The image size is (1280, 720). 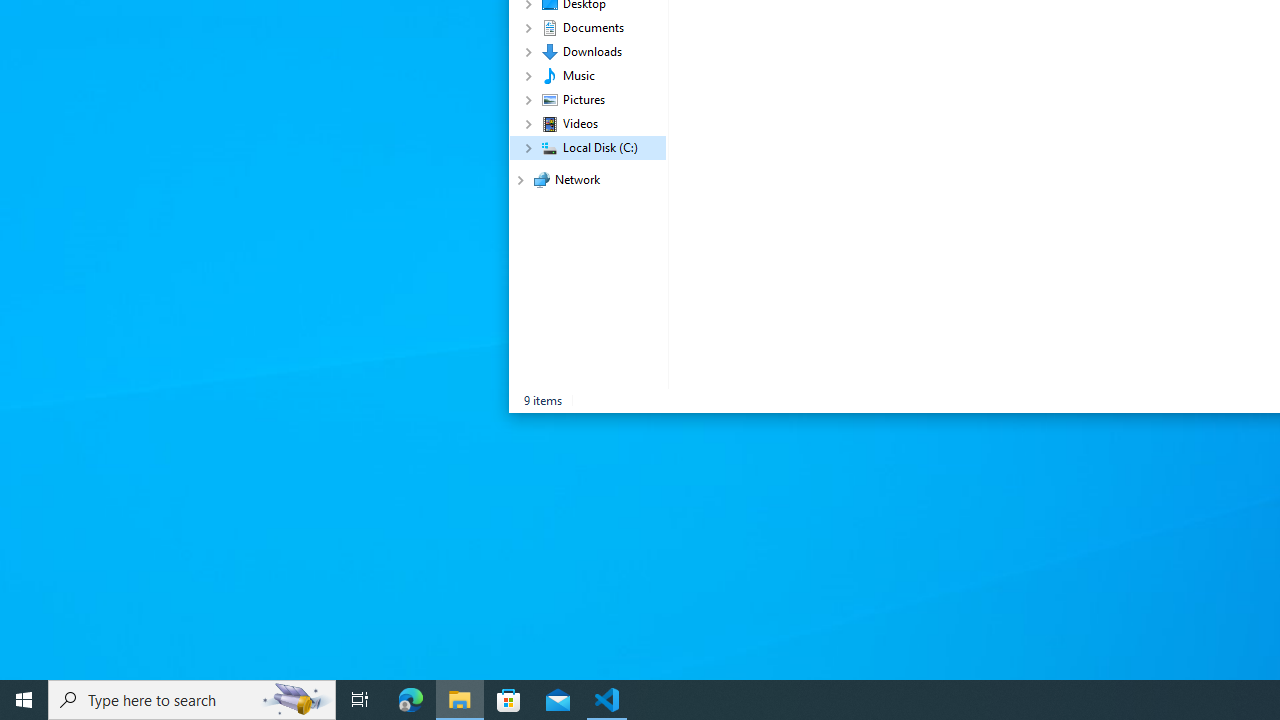 What do you see at coordinates (24, 698) in the screenshot?
I see `'Start'` at bounding box center [24, 698].